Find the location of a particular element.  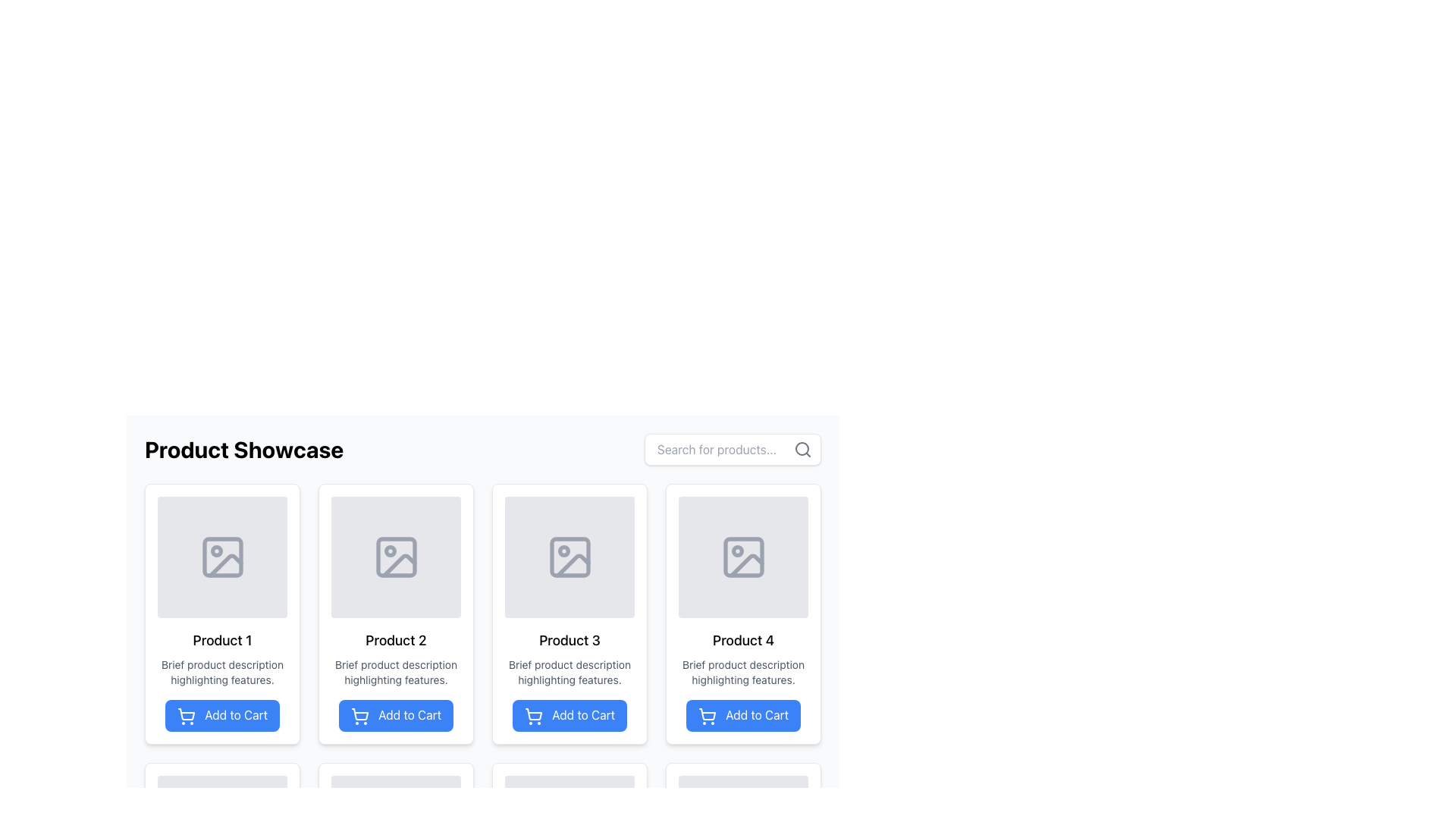

the decorative icon or marker within the SVG image located in the upper section of the fourth product card's image placeholder area is located at coordinates (737, 551).